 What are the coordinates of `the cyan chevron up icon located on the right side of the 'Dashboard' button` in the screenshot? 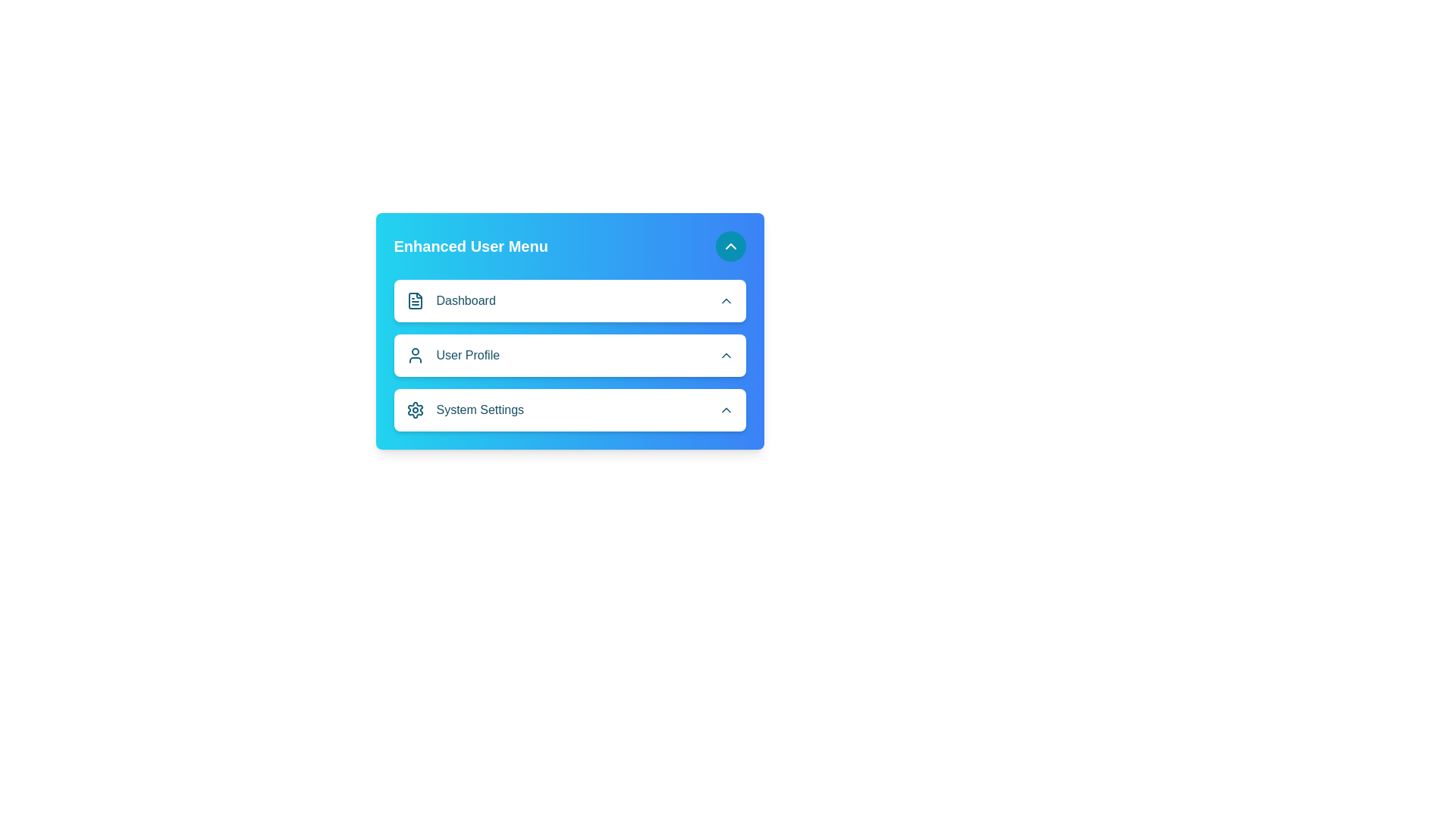 It's located at (725, 301).